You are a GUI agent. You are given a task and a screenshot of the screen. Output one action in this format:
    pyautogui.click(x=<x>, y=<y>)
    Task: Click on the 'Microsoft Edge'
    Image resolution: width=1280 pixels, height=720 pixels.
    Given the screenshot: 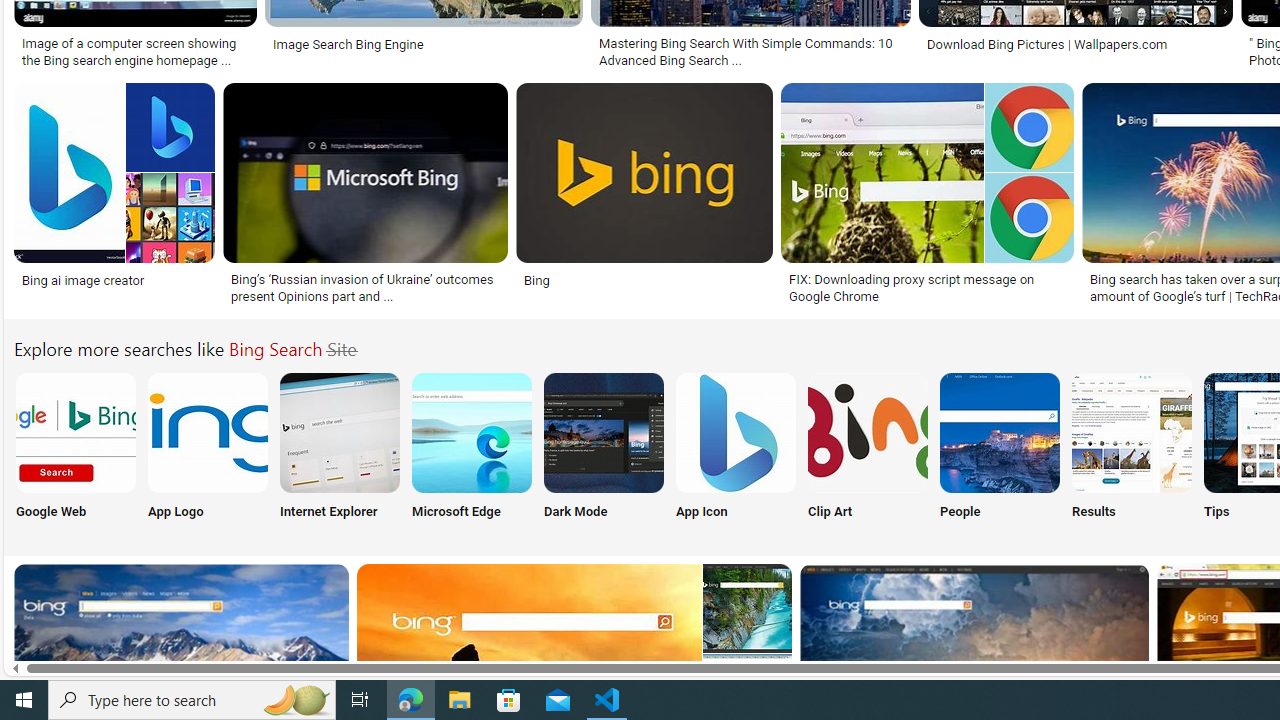 What is the action you would take?
    pyautogui.click(x=471, y=450)
    